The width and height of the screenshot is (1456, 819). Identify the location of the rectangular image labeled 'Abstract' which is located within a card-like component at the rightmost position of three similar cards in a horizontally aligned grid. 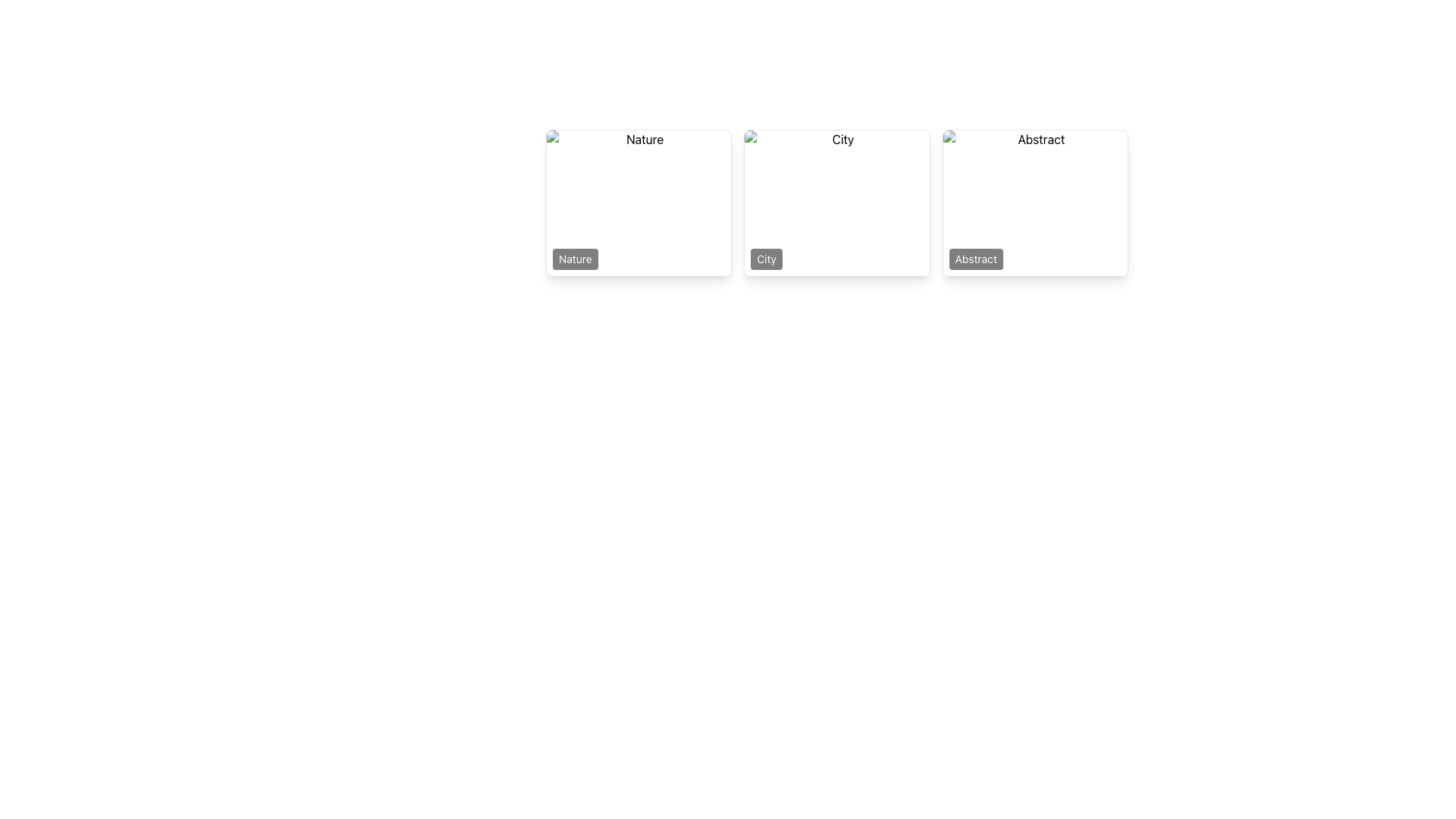
(1034, 202).